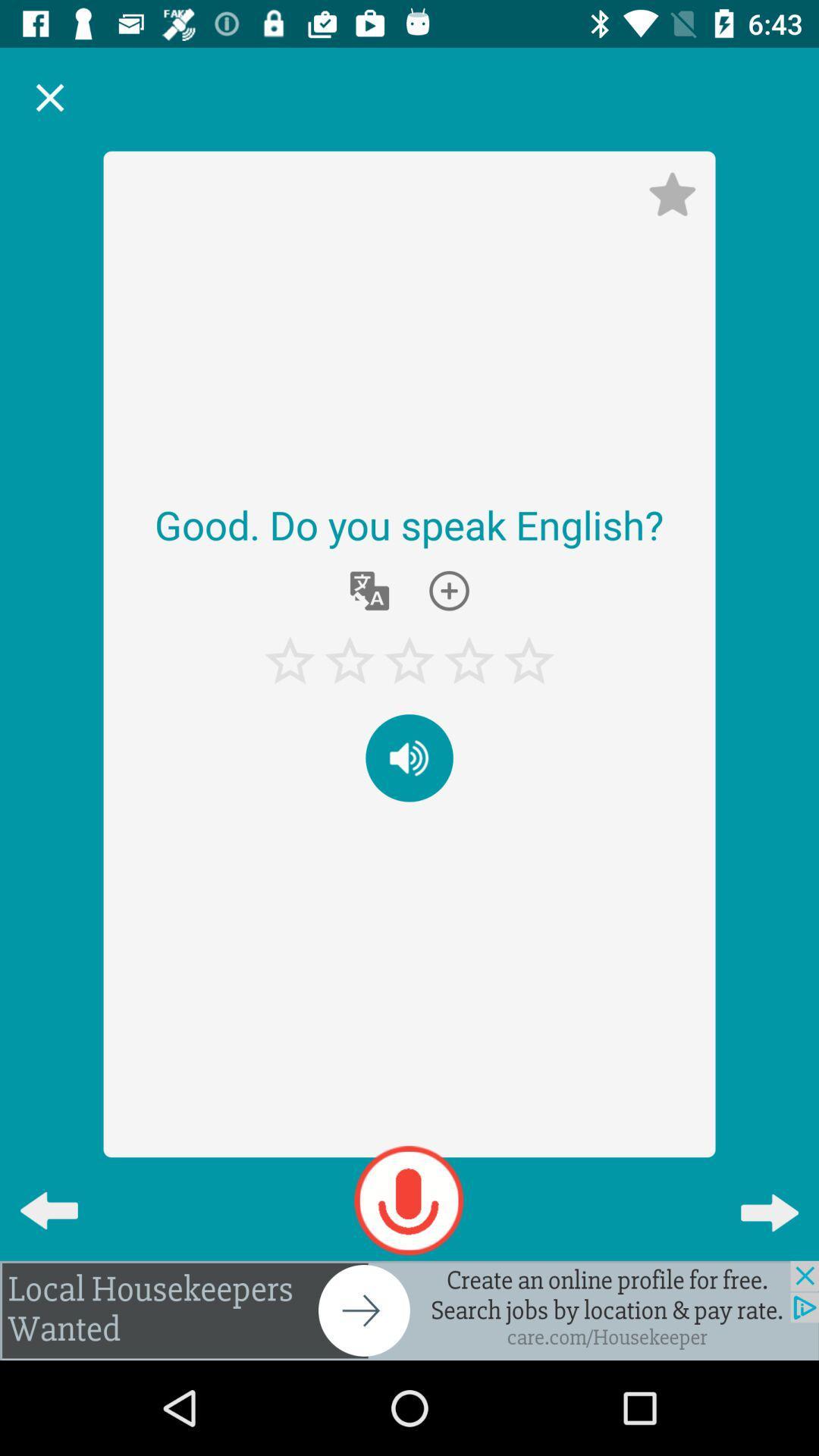  Describe the element at coordinates (49, 97) in the screenshot. I see `the close icon` at that location.